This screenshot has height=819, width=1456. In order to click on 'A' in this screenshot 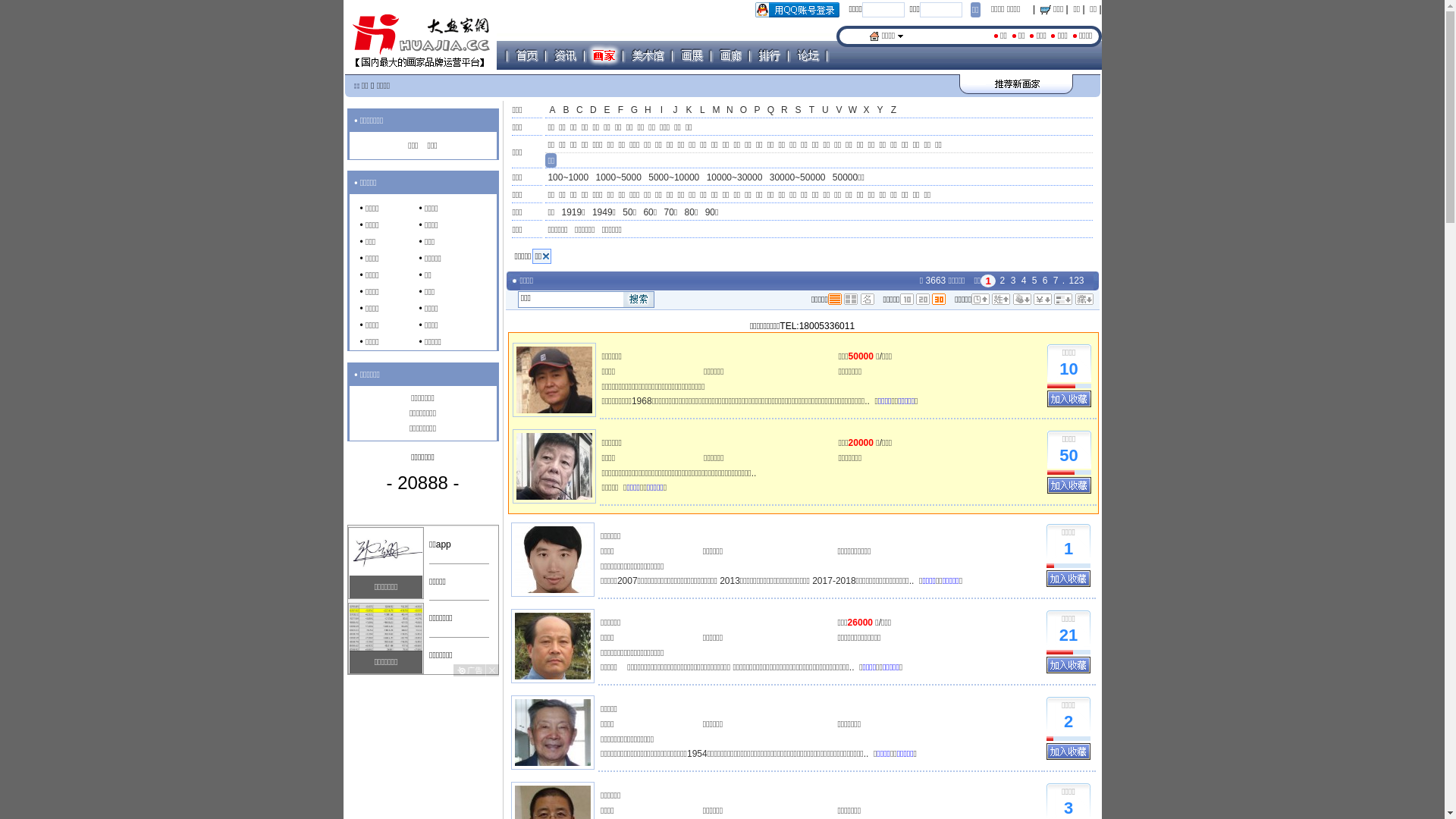, I will do `click(545, 110)`.